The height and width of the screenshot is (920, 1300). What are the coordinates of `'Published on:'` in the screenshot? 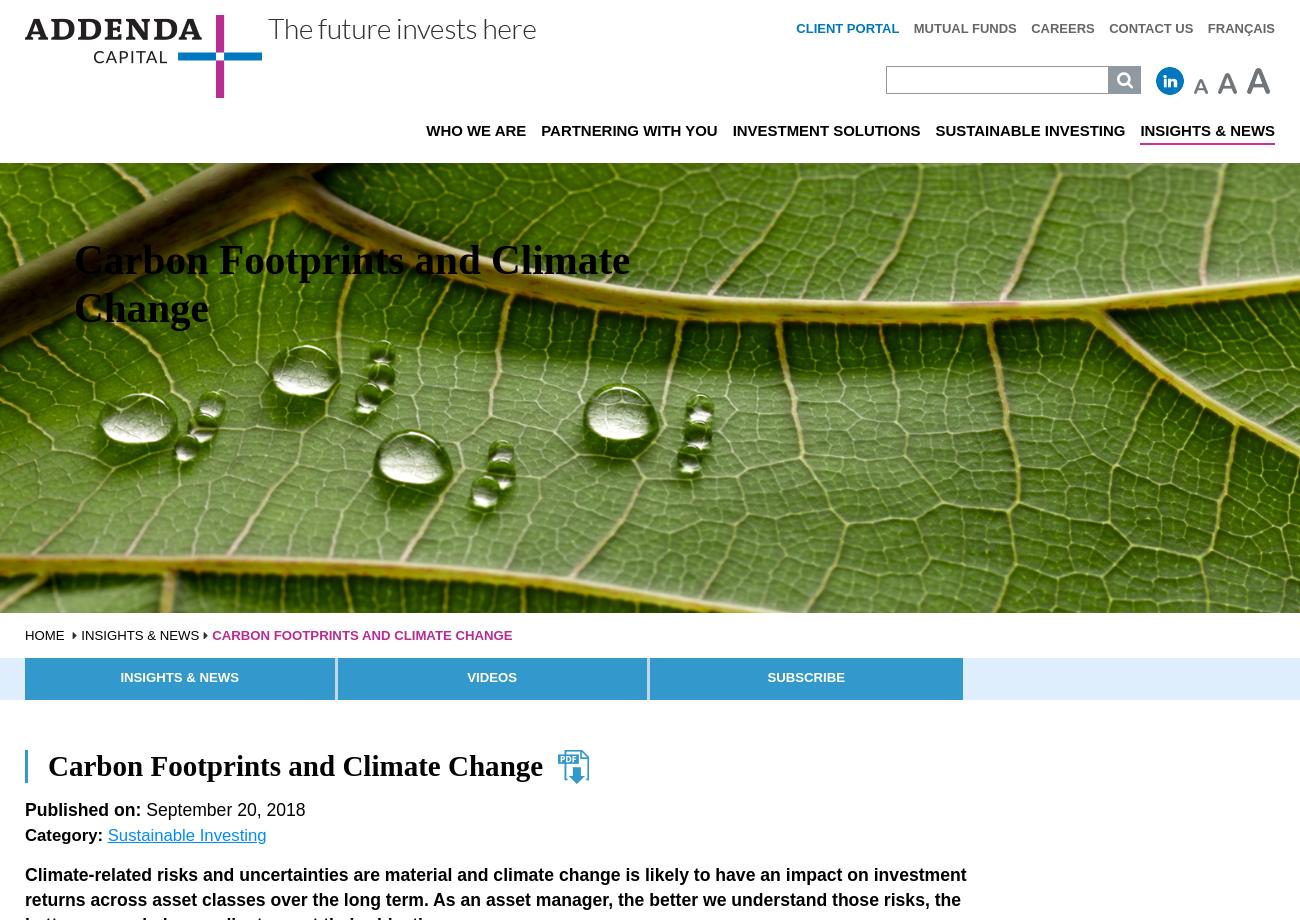 It's located at (82, 808).